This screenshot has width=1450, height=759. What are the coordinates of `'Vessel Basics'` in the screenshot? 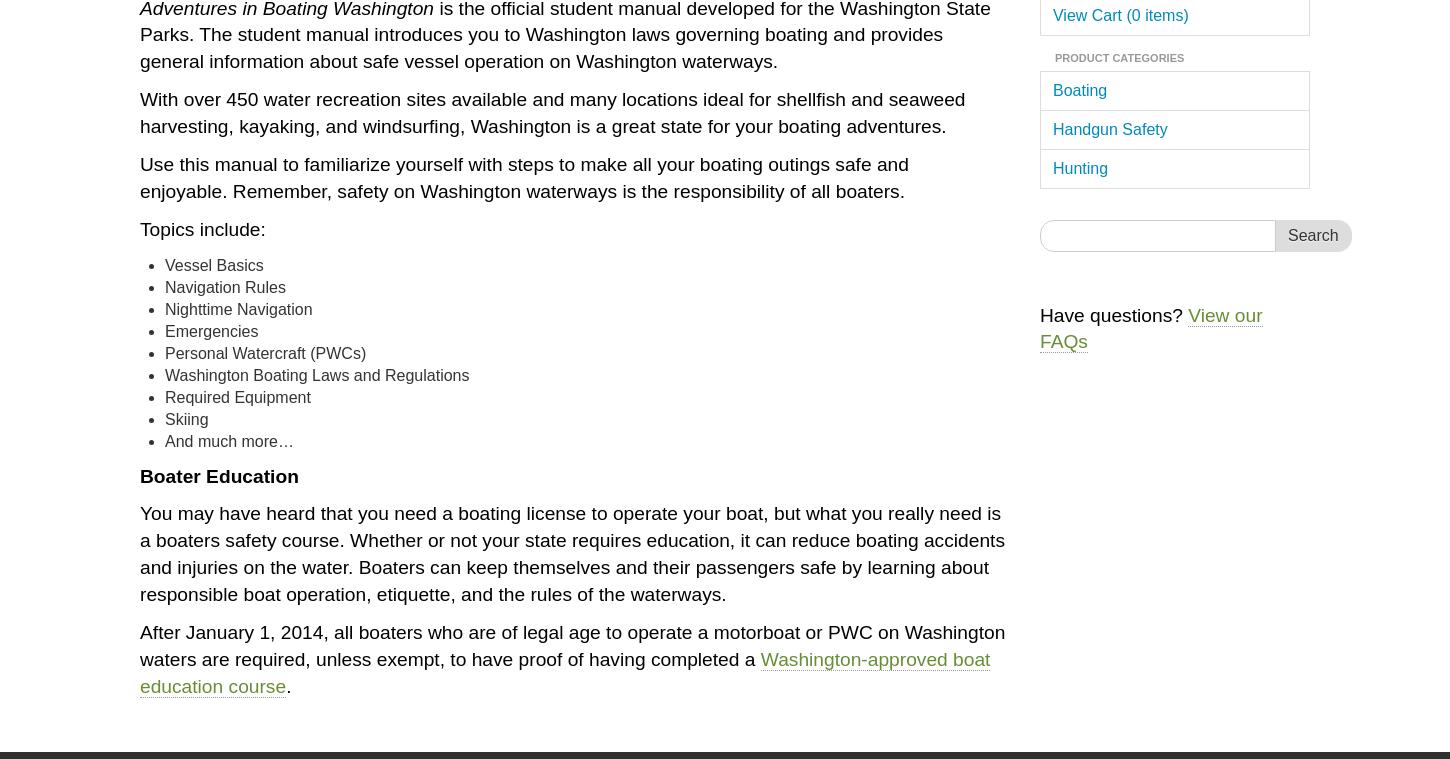 It's located at (213, 263).